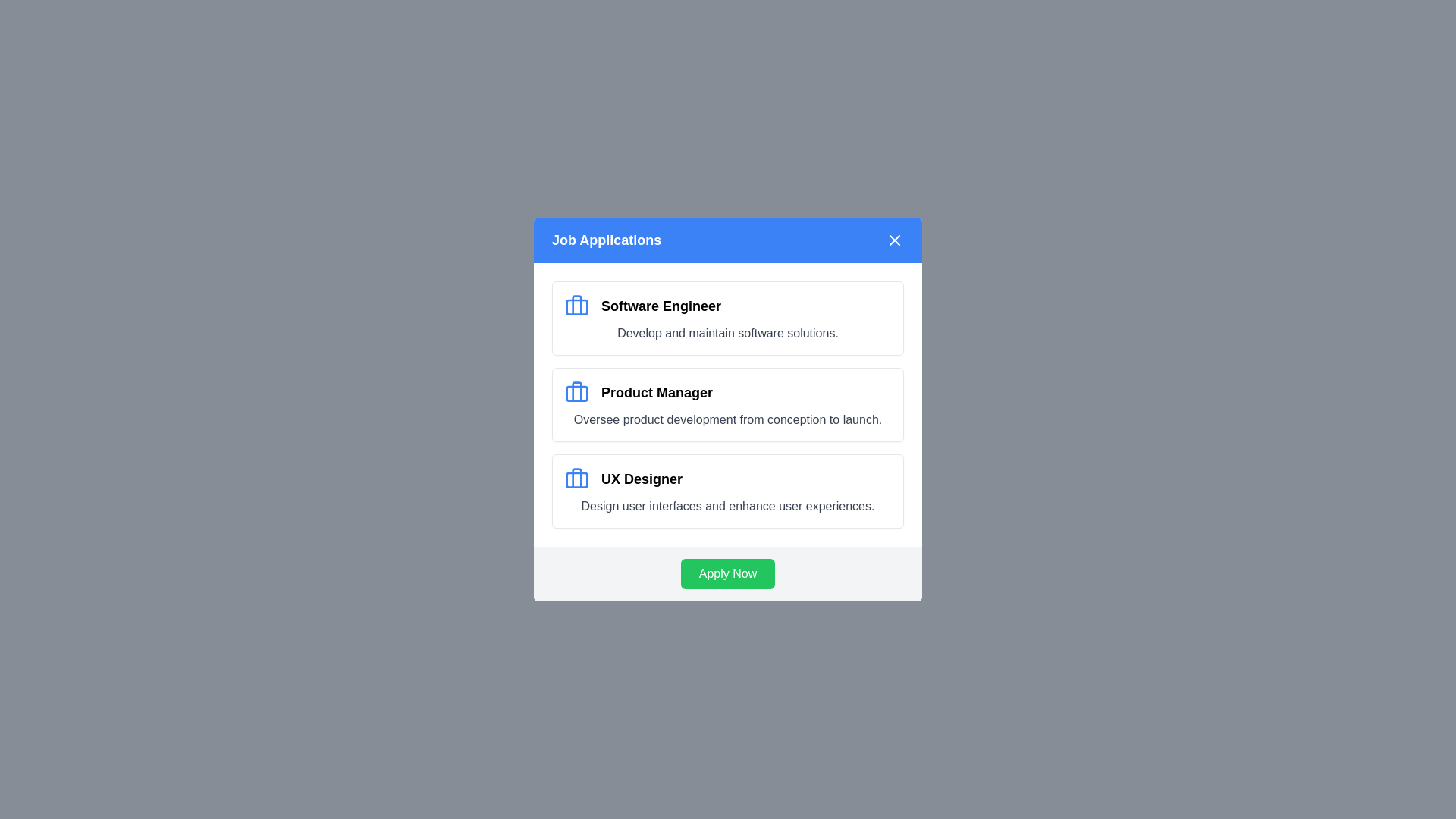 The image size is (1456, 819). What do you see at coordinates (895, 239) in the screenshot?
I see `the close button located in the top-right corner of the 'Job Applications' modal` at bounding box center [895, 239].